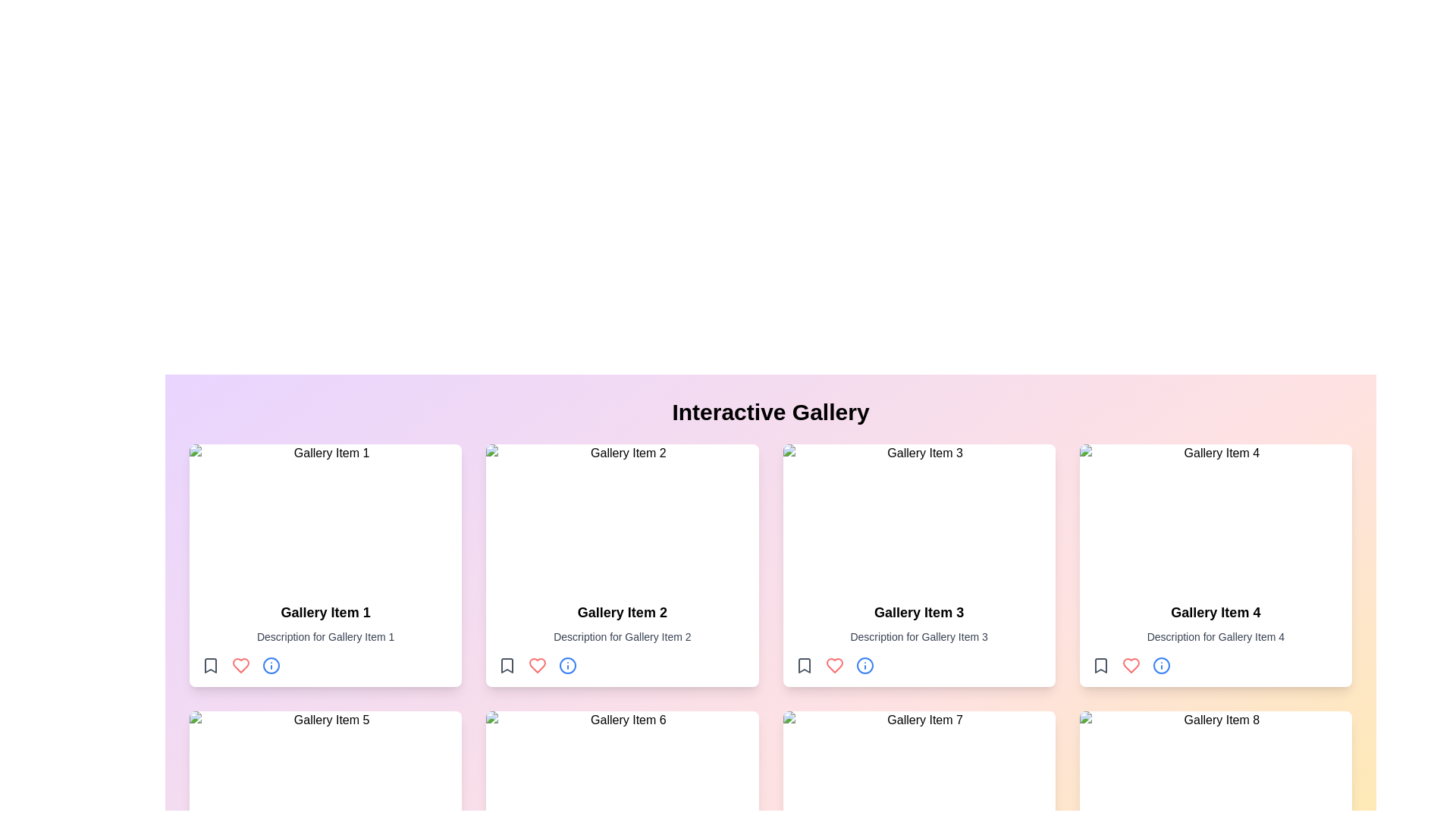 The height and width of the screenshot is (819, 1456). Describe the element at coordinates (210, 665) in the screenshot. I see `the bookmark icon located at the bottom-left corner of the 'Gallery Item 1' card` at that location.